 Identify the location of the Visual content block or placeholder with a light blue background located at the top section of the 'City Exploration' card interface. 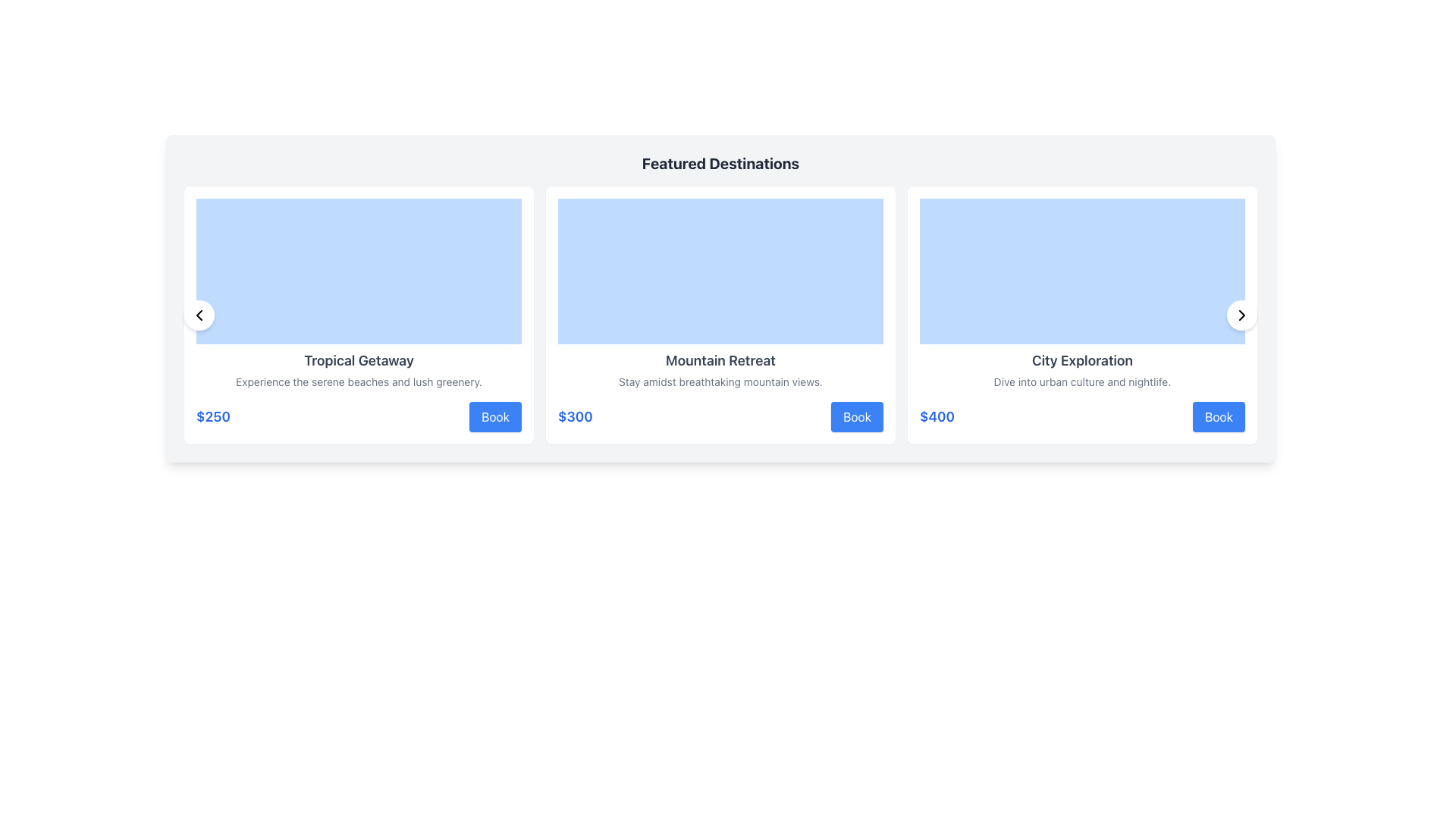
(1081, 271).